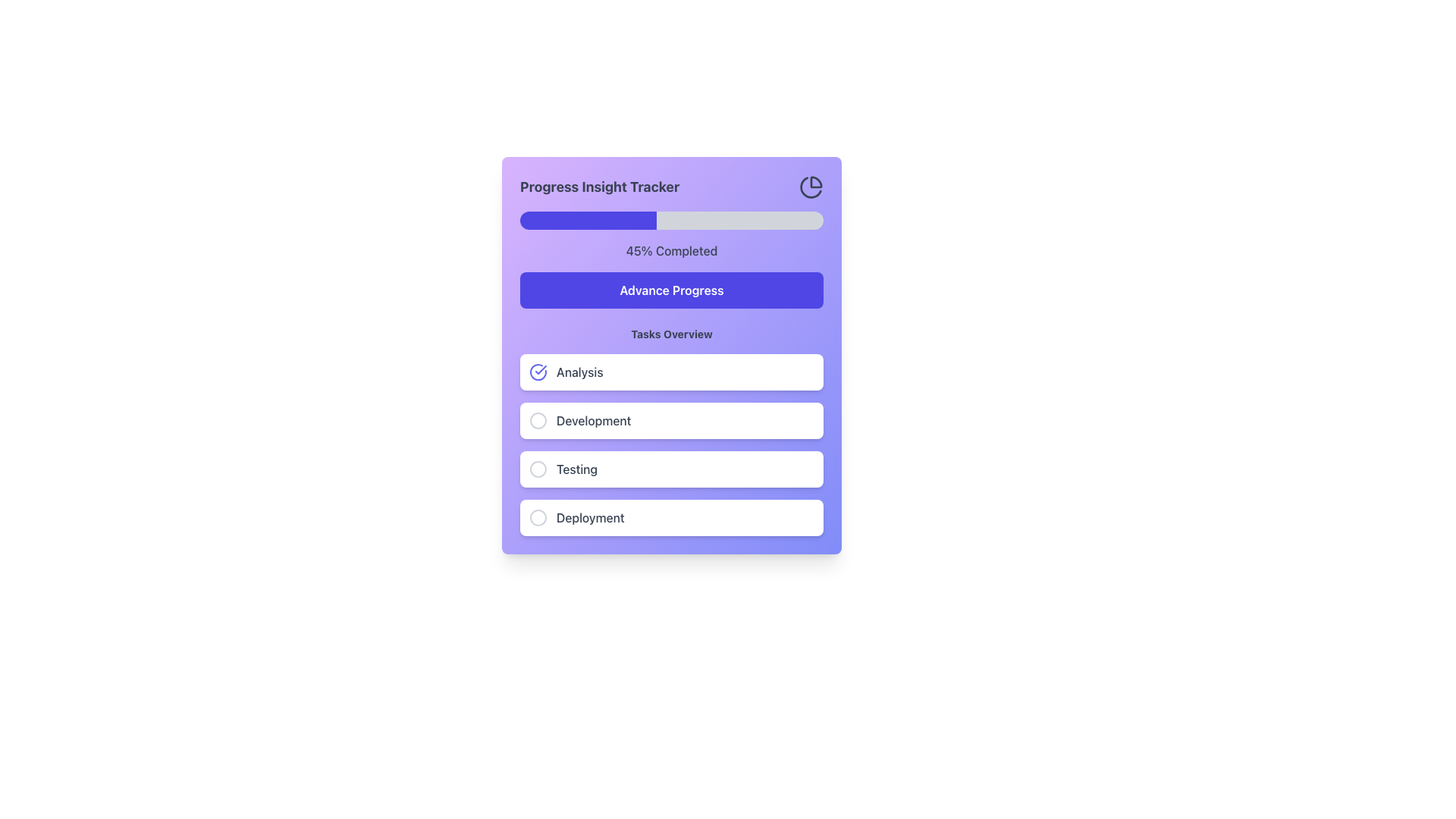  What do you see at coordinates (671, 372) in the screenshot?
I see `the Static card representing the task labeled 'Analysis' in the 'Tasks Overview' section, which is the first element in the vertical list` at bounding box center [671, 372].